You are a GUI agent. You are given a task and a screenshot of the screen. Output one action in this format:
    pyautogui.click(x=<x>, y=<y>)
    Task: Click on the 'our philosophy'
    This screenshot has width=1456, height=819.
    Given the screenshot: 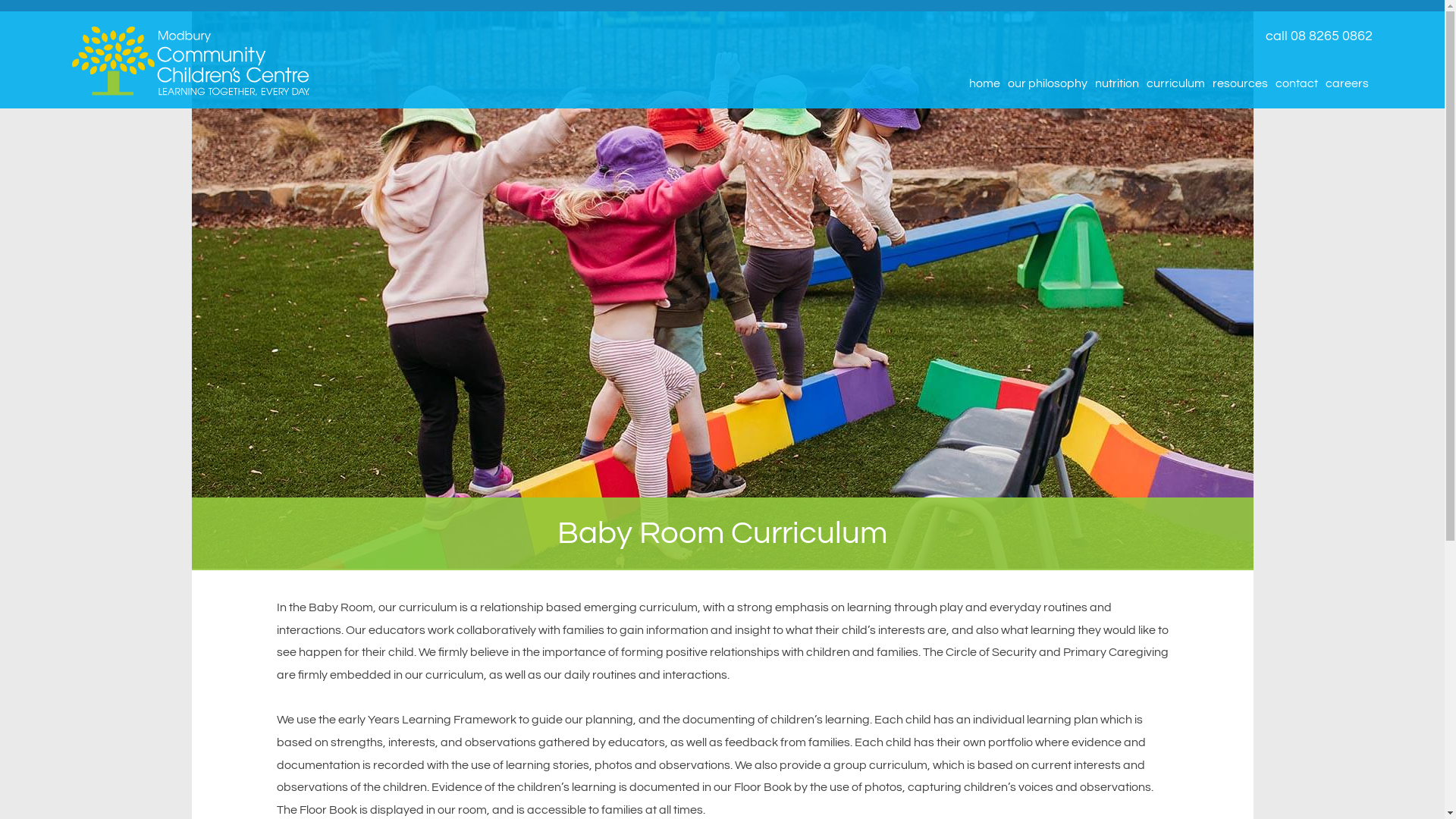 What is the action you would take?
    pyautogui.click(x=1046, y=84)
    